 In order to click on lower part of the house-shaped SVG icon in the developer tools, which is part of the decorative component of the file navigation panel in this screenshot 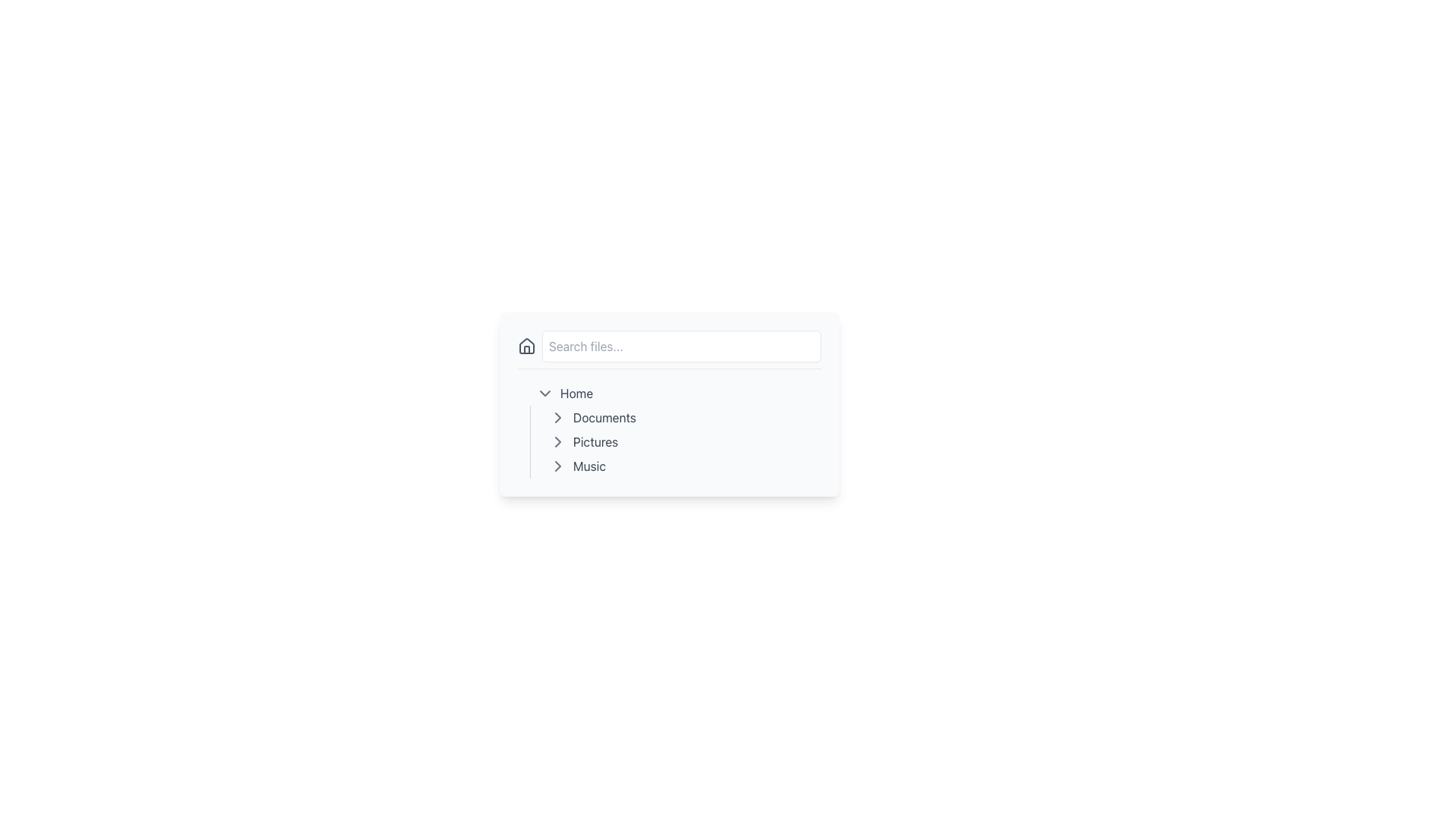, I will do `click(527, 350)`.